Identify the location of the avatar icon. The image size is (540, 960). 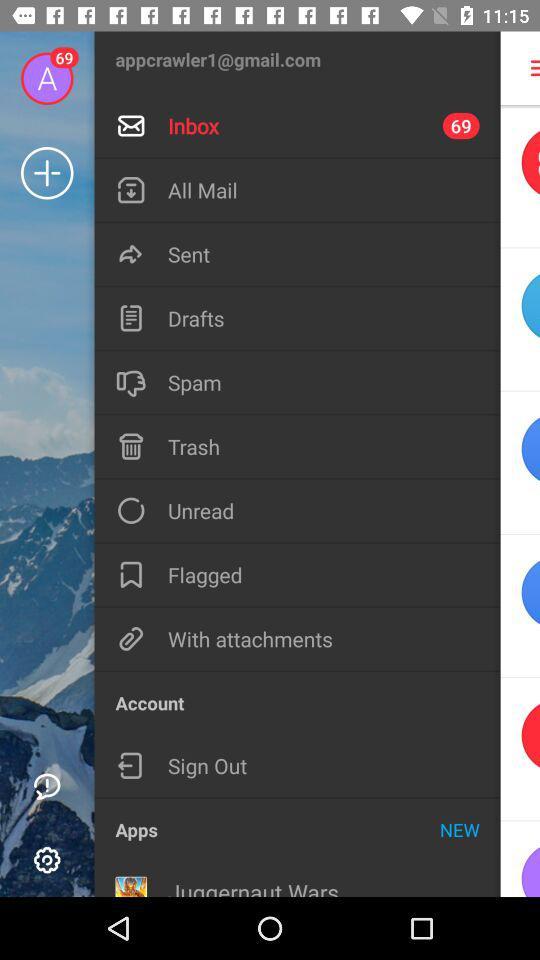
(520, 858).